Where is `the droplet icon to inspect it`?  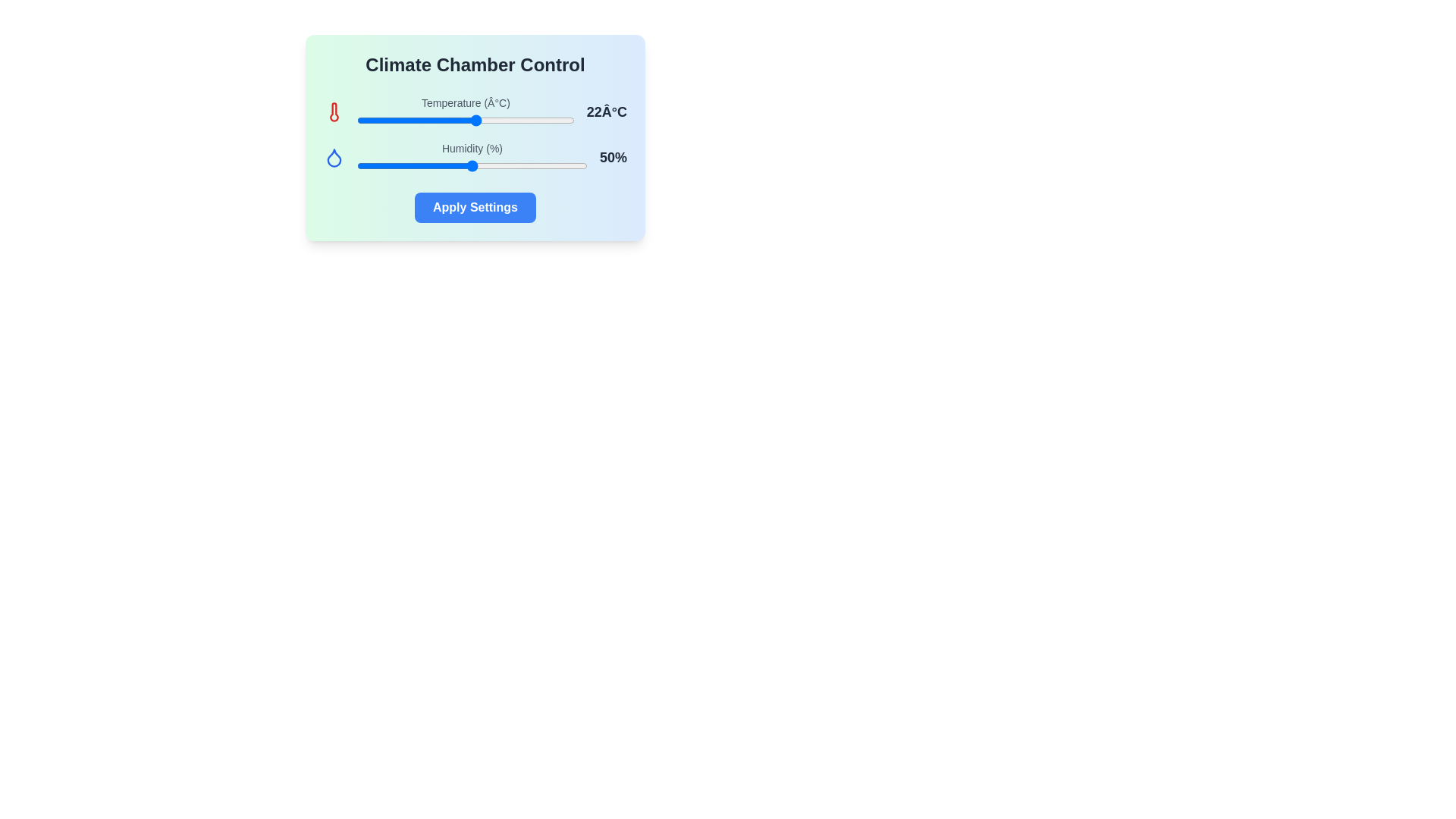 the droplet icon to inspect it is located at coordinates (334, 158).